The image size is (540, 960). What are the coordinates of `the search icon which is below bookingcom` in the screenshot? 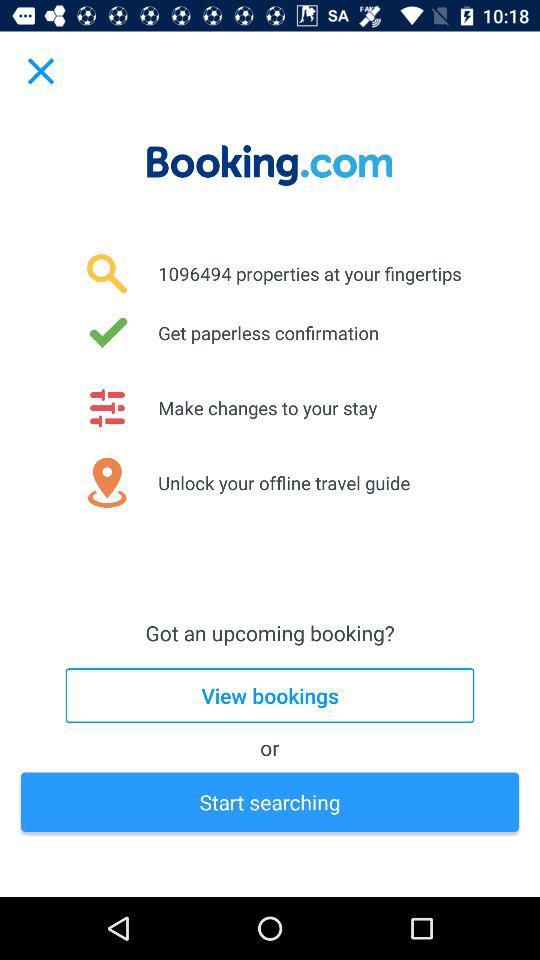 It's located at (107, 272).